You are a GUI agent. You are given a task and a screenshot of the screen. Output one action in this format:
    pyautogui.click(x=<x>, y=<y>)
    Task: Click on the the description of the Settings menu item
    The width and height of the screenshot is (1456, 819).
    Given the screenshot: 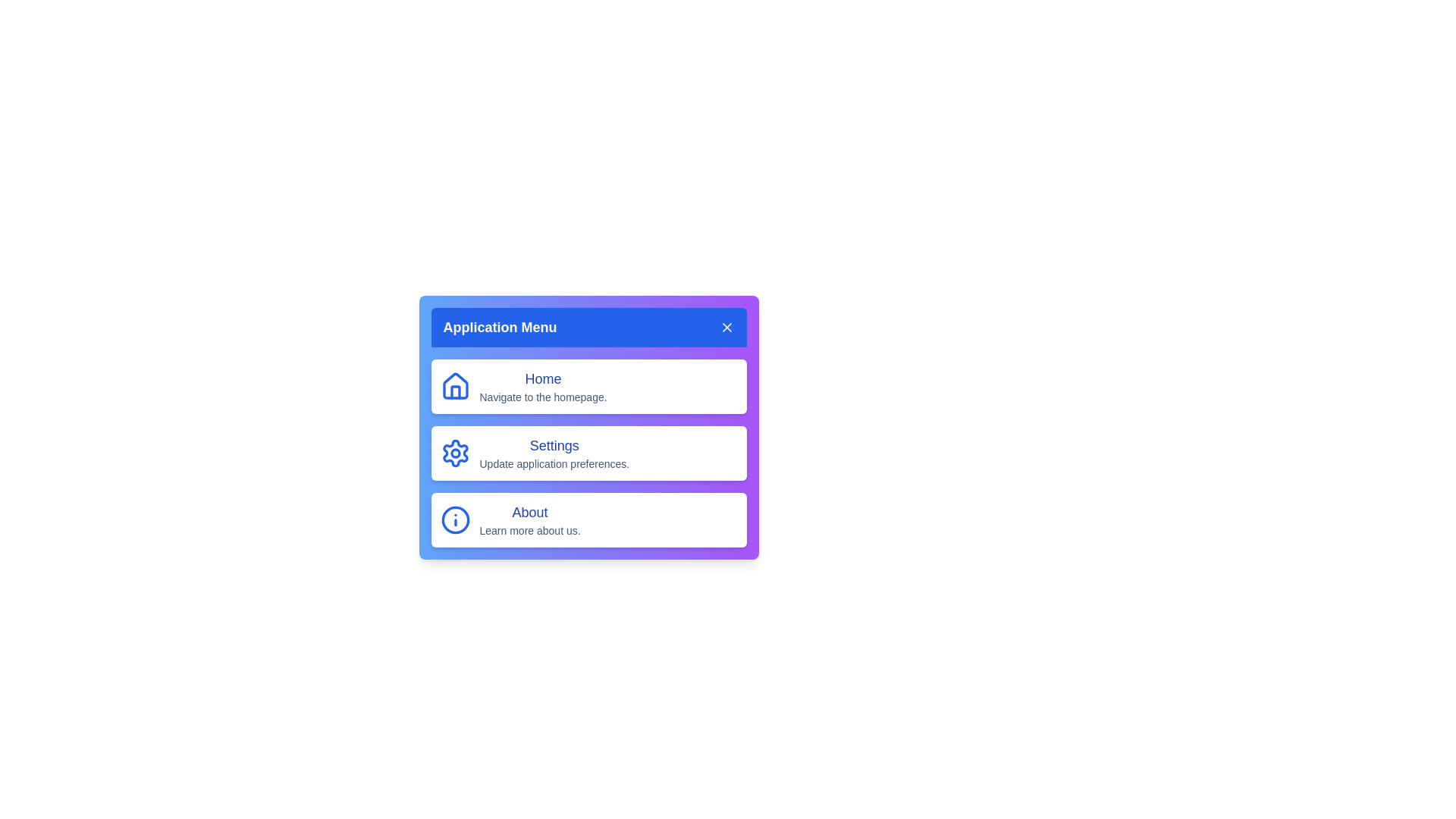 What is the action you would take?
    pyautogui.click(x=554, y=463)
    